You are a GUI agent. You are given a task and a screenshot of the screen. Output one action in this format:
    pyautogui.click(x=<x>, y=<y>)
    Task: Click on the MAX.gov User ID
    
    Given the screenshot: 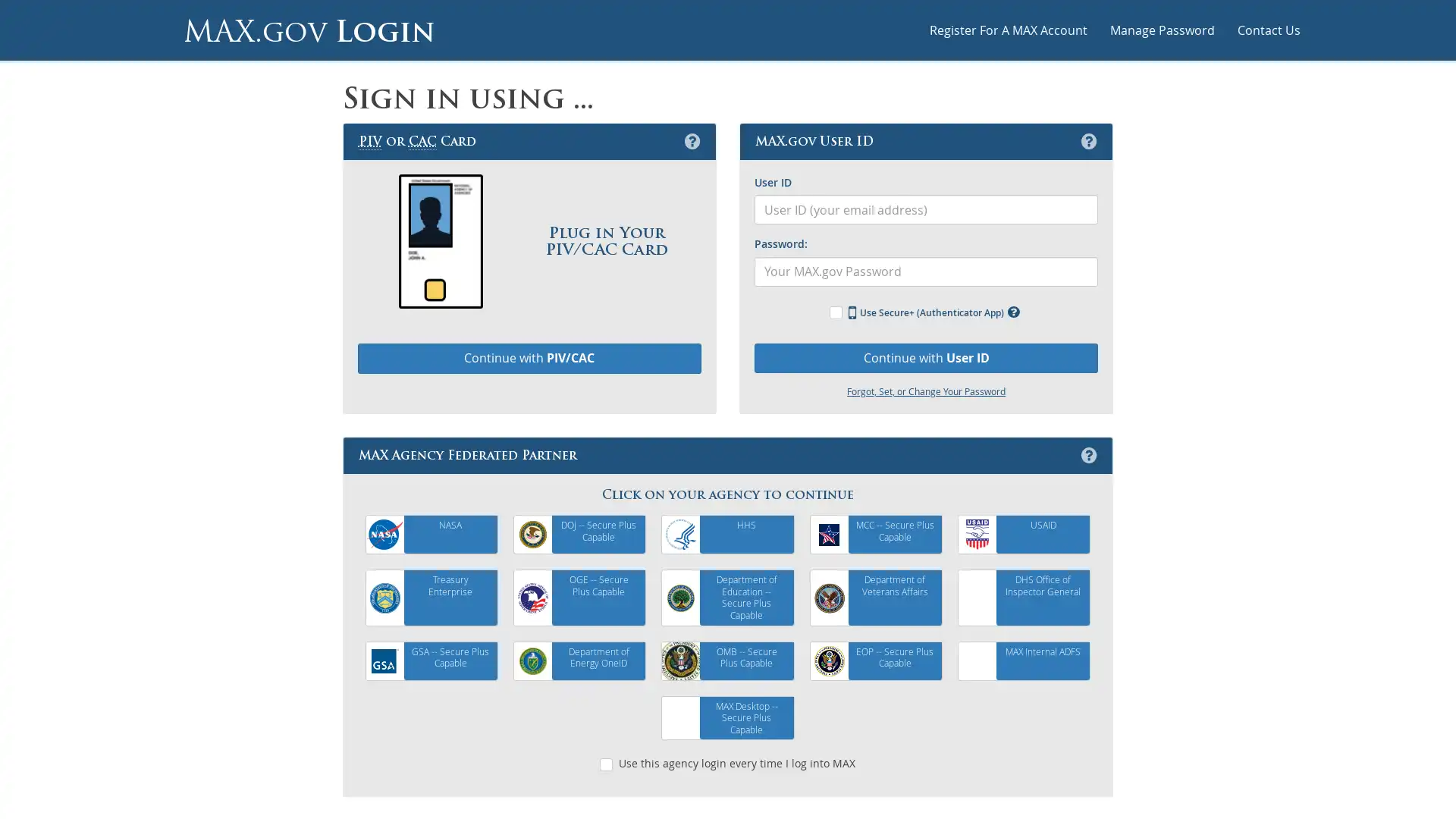 What is the action you would take?
    pyautogui.click(x=1088, y=140)
    